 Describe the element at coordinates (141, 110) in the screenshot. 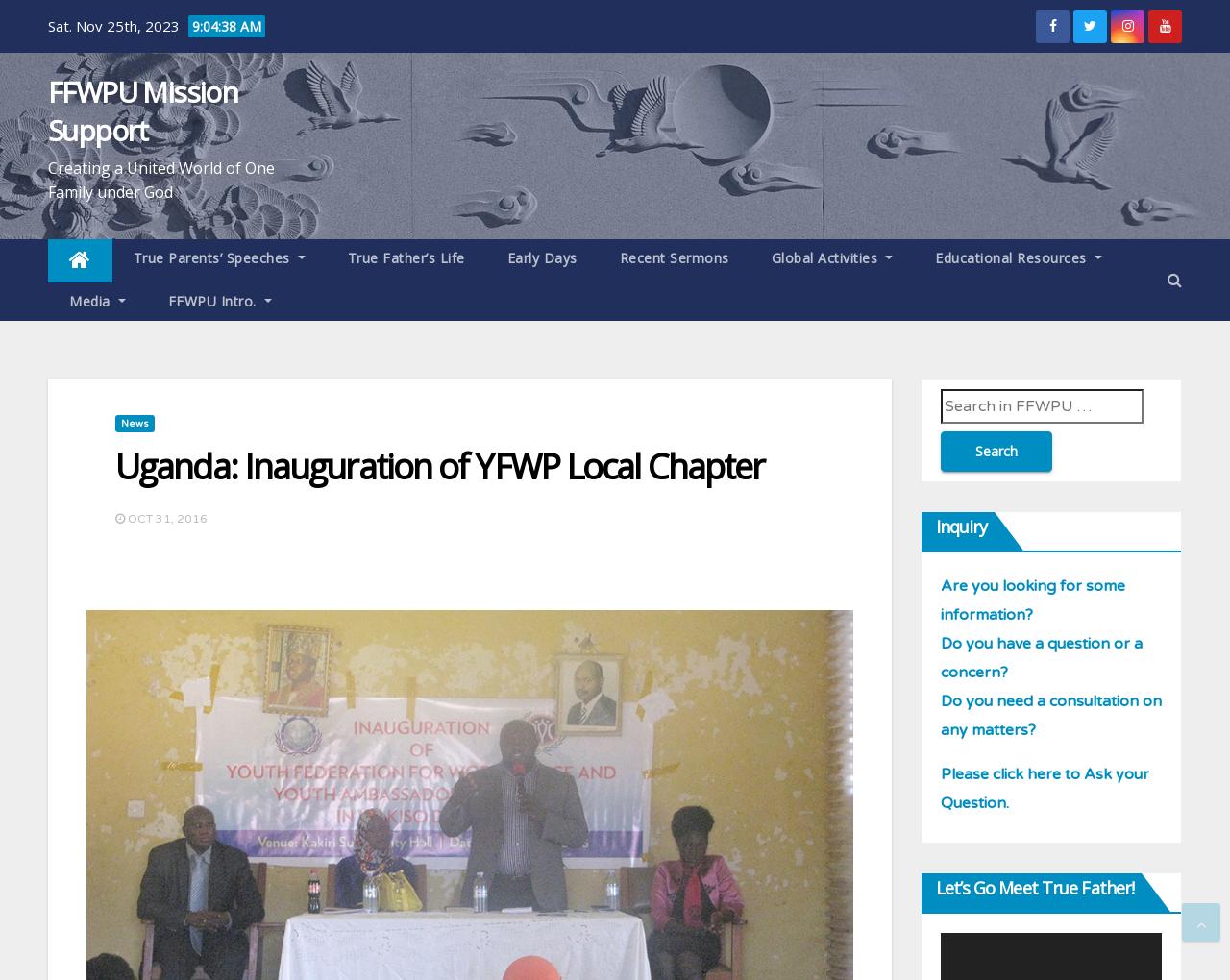

I see `'FFWPU Mission Support'` at that location.